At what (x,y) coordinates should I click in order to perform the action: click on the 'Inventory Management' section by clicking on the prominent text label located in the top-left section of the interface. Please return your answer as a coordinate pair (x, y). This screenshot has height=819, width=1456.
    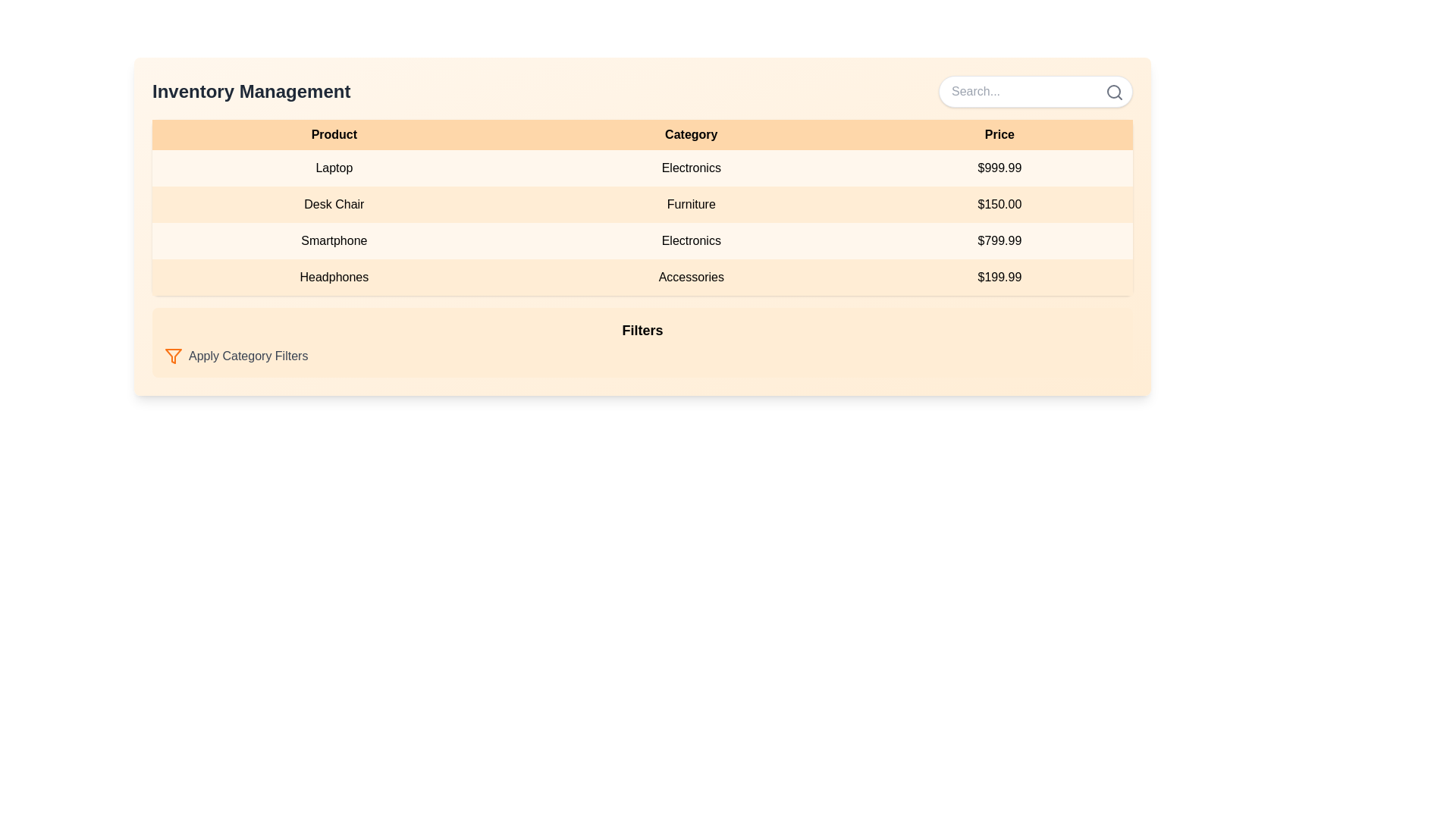
    Looking at the image, I should click on (251, 91).